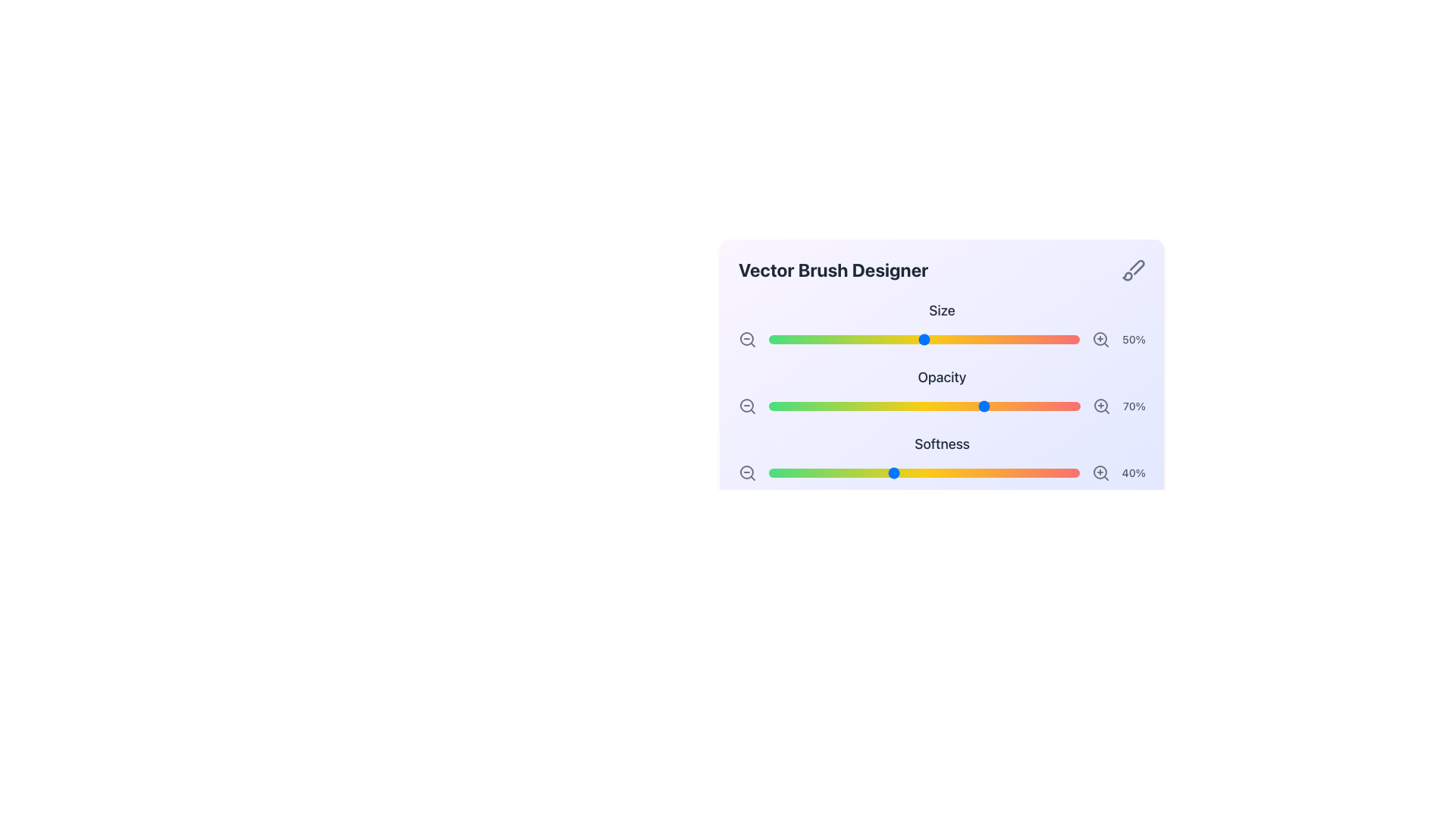  I want to click on opacity, so click(1058, 406).